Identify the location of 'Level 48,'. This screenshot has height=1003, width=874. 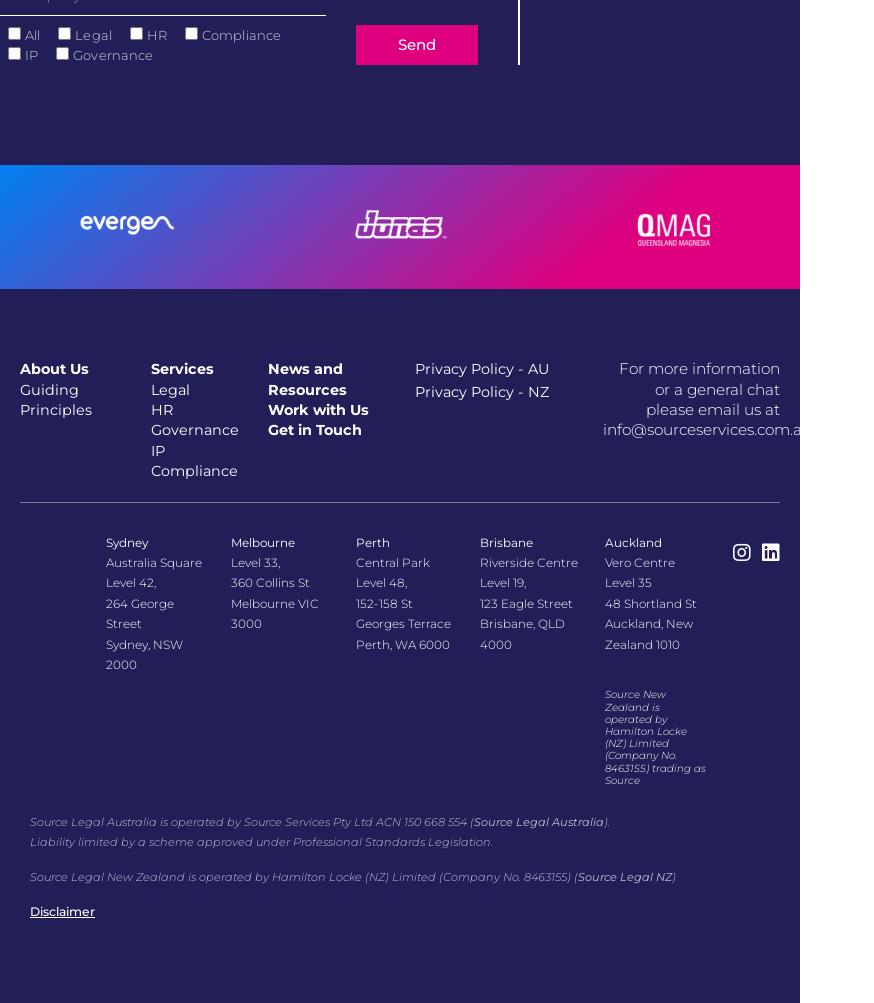
(380, 581).